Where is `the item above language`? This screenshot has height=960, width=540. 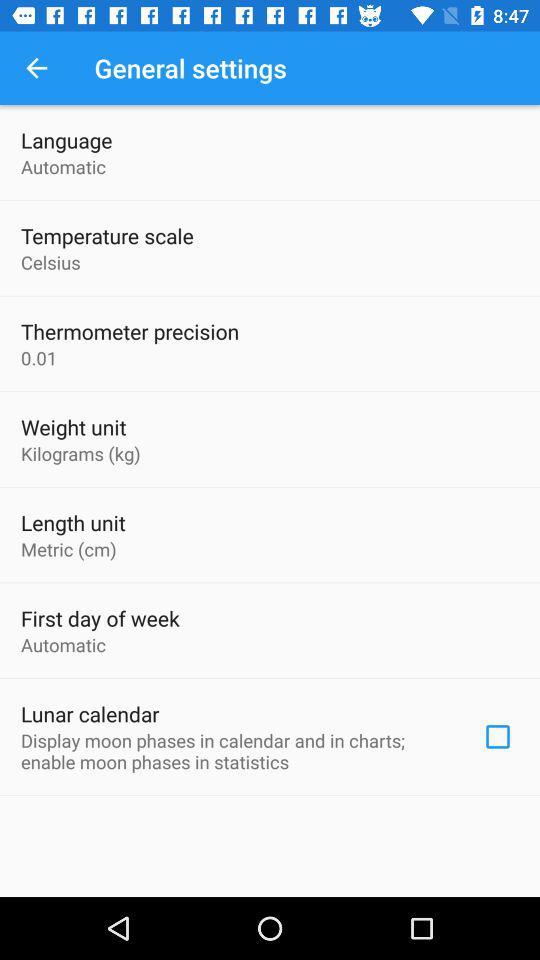
the item above language is located at coordinates (36, 68).